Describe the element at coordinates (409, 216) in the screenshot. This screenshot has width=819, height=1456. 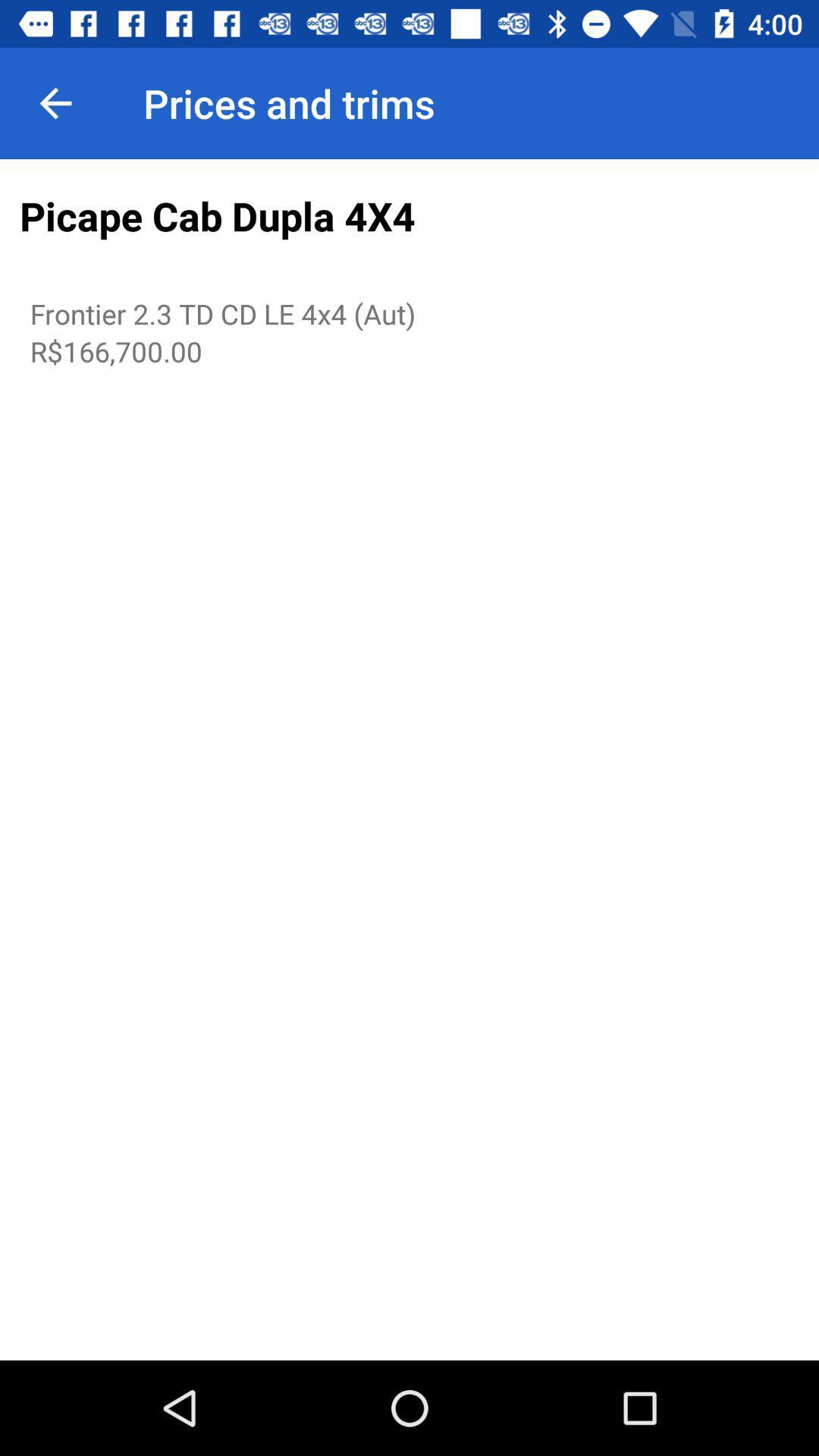
I see `the picape cab dupla icon` at that location.